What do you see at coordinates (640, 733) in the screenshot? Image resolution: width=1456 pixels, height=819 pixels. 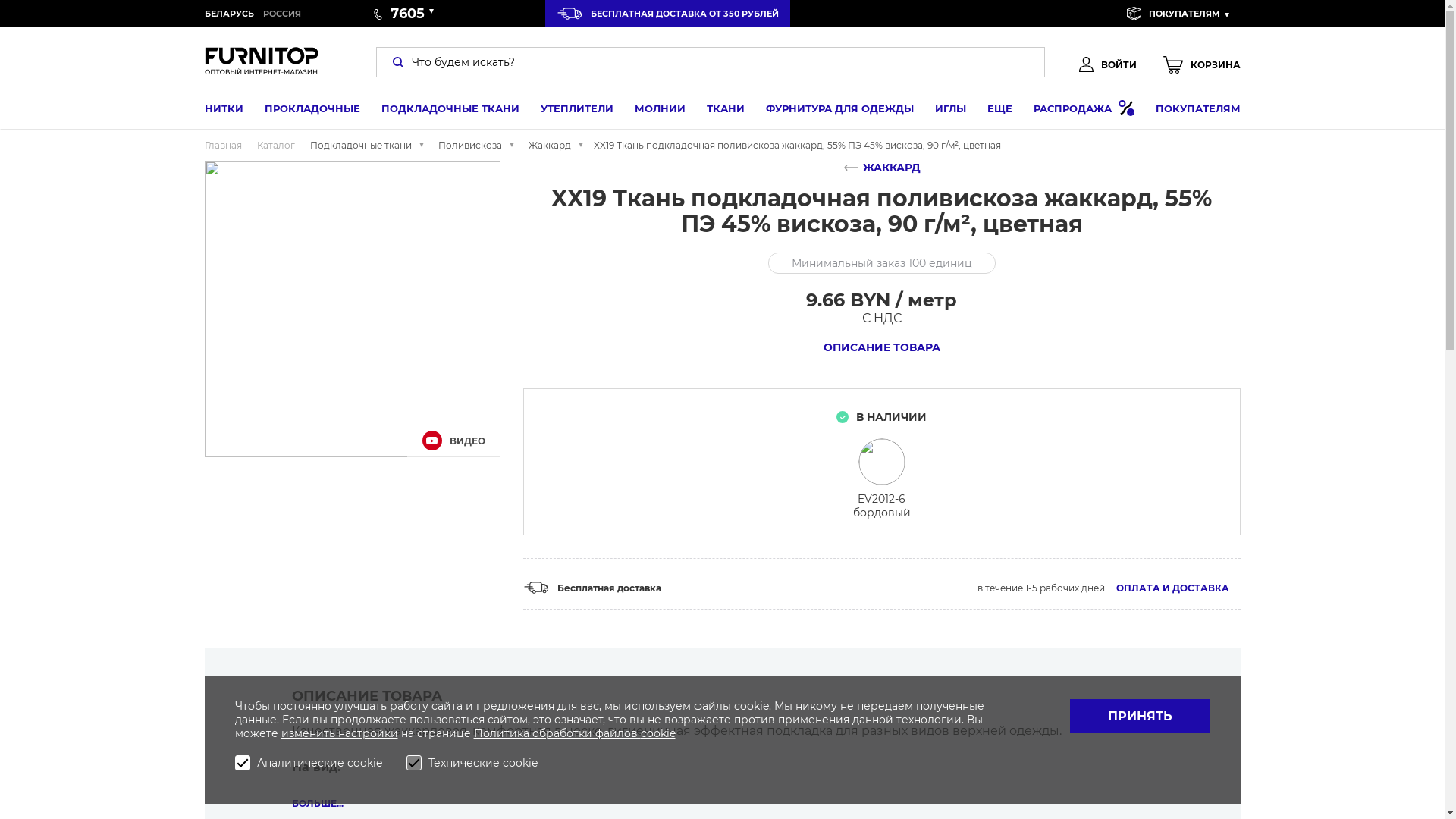 I see `'cookie'` at bounding box center [640, 733].